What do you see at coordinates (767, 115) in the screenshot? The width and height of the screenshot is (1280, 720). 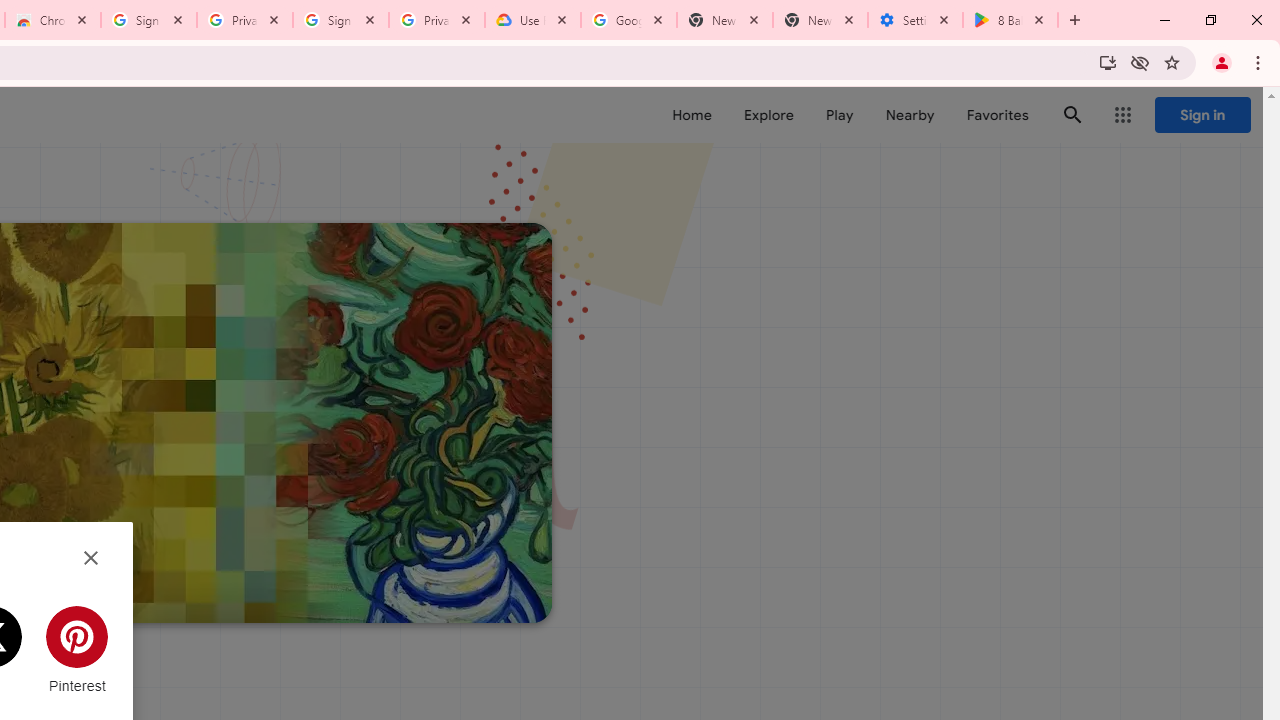 I see `'Explore'` at bounding box center [767, 115].